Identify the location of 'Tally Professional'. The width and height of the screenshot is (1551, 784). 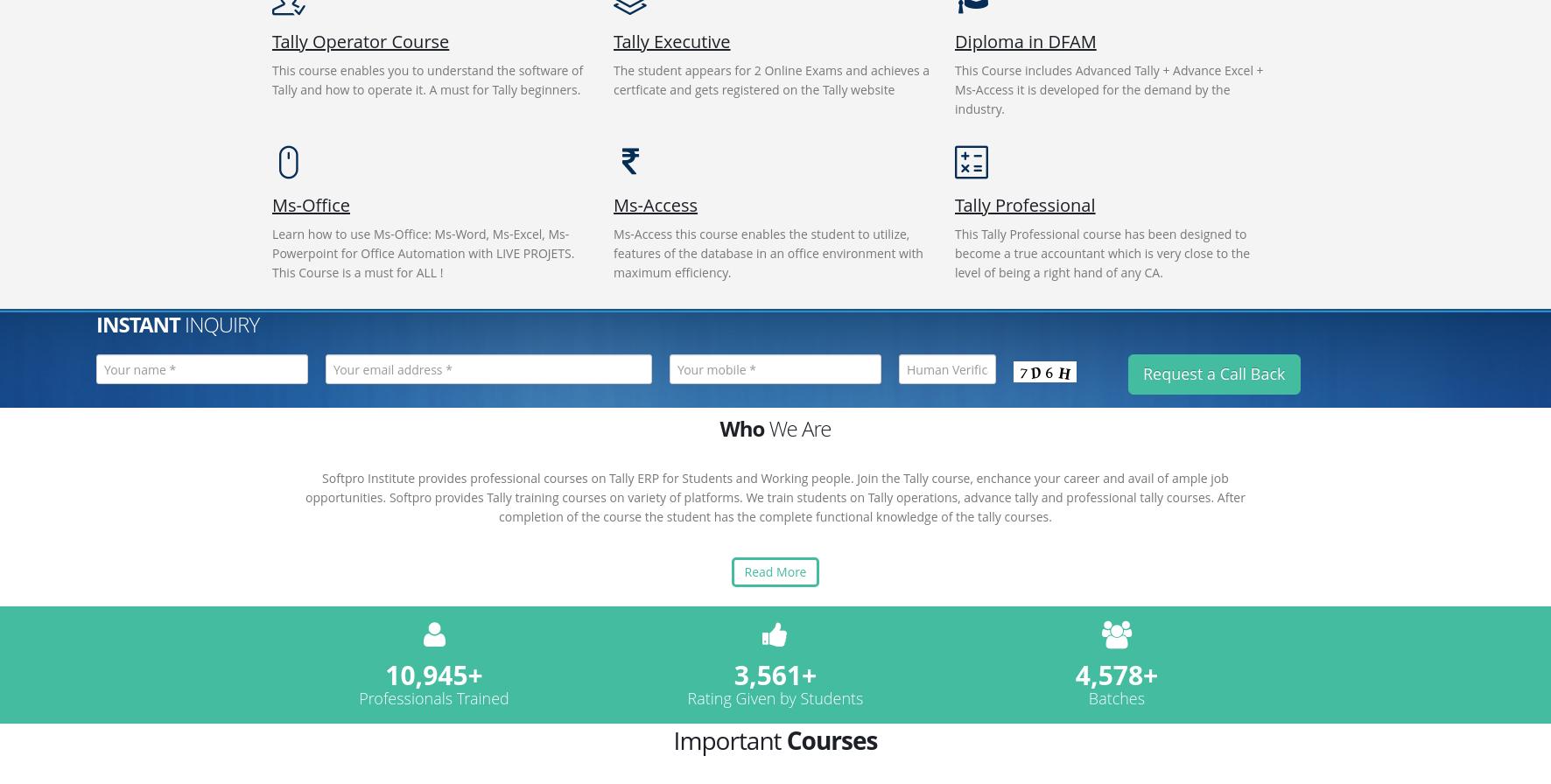
(955, 205).